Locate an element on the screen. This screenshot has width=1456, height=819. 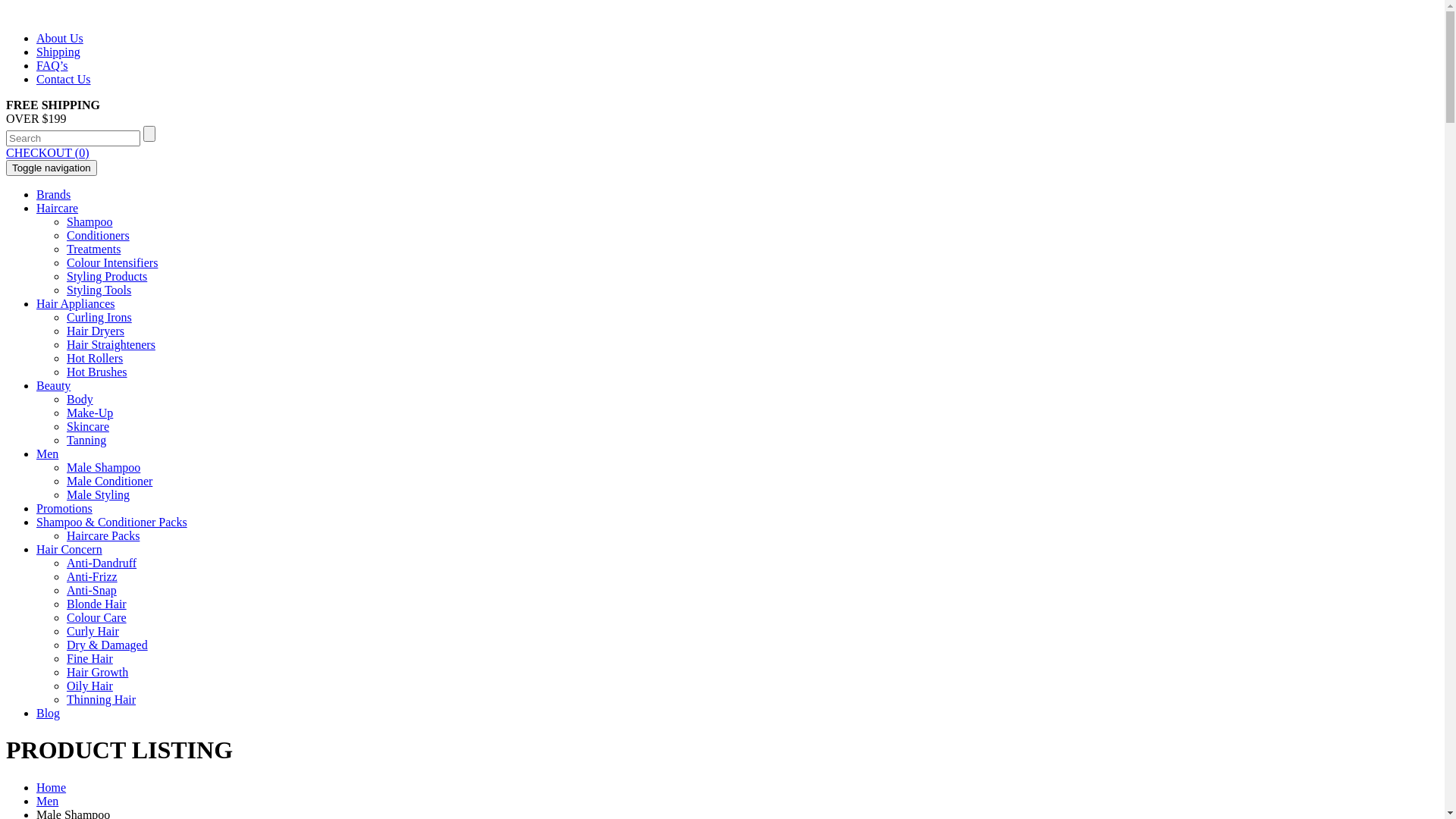
'Male Conditioner' is located at coordinates (108, 481).